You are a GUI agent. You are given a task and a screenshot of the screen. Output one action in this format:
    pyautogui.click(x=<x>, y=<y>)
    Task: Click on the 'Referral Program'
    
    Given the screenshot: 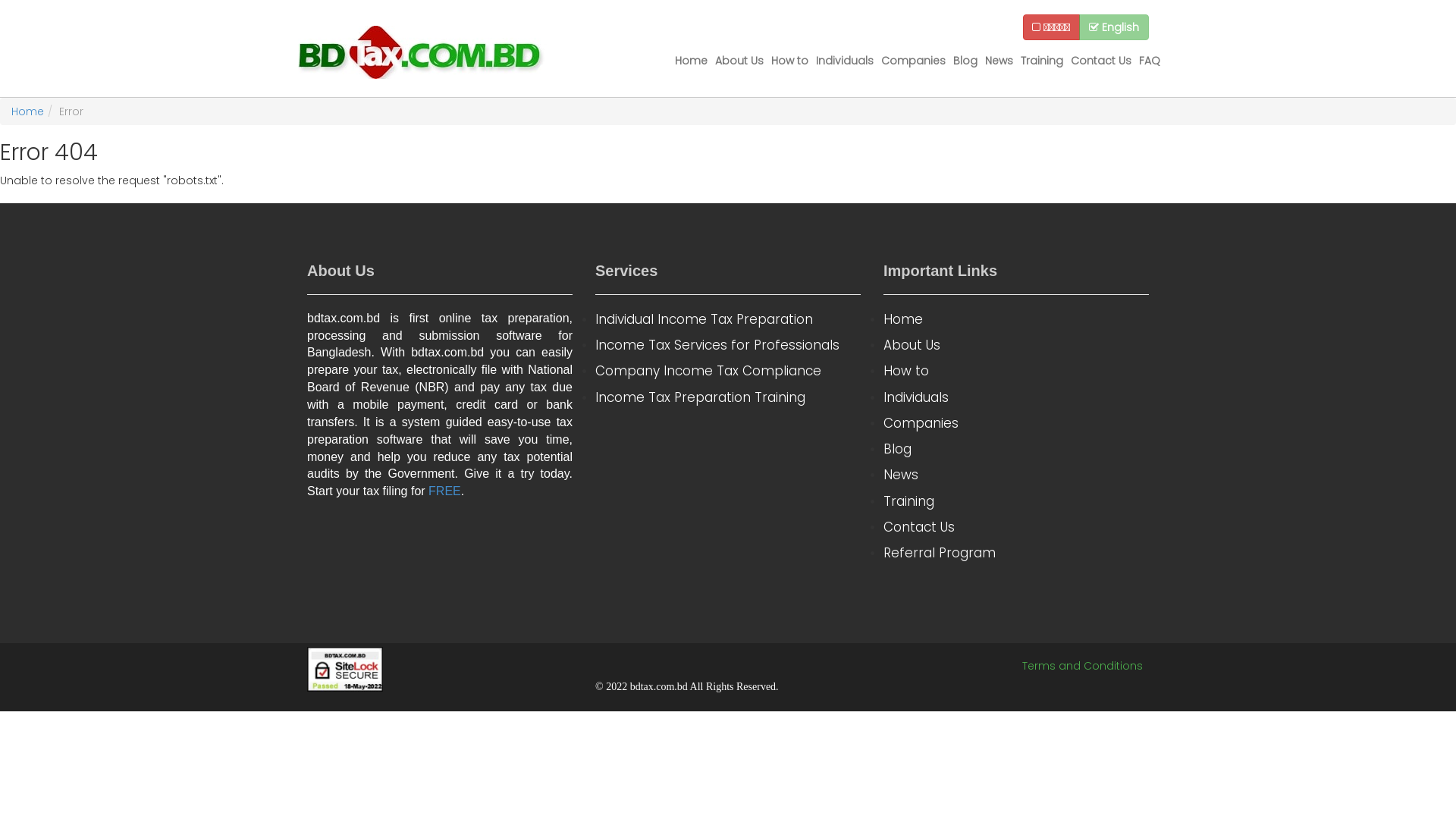 What is the action you would take?
    pyautogui.click(x=883, y=553)
    